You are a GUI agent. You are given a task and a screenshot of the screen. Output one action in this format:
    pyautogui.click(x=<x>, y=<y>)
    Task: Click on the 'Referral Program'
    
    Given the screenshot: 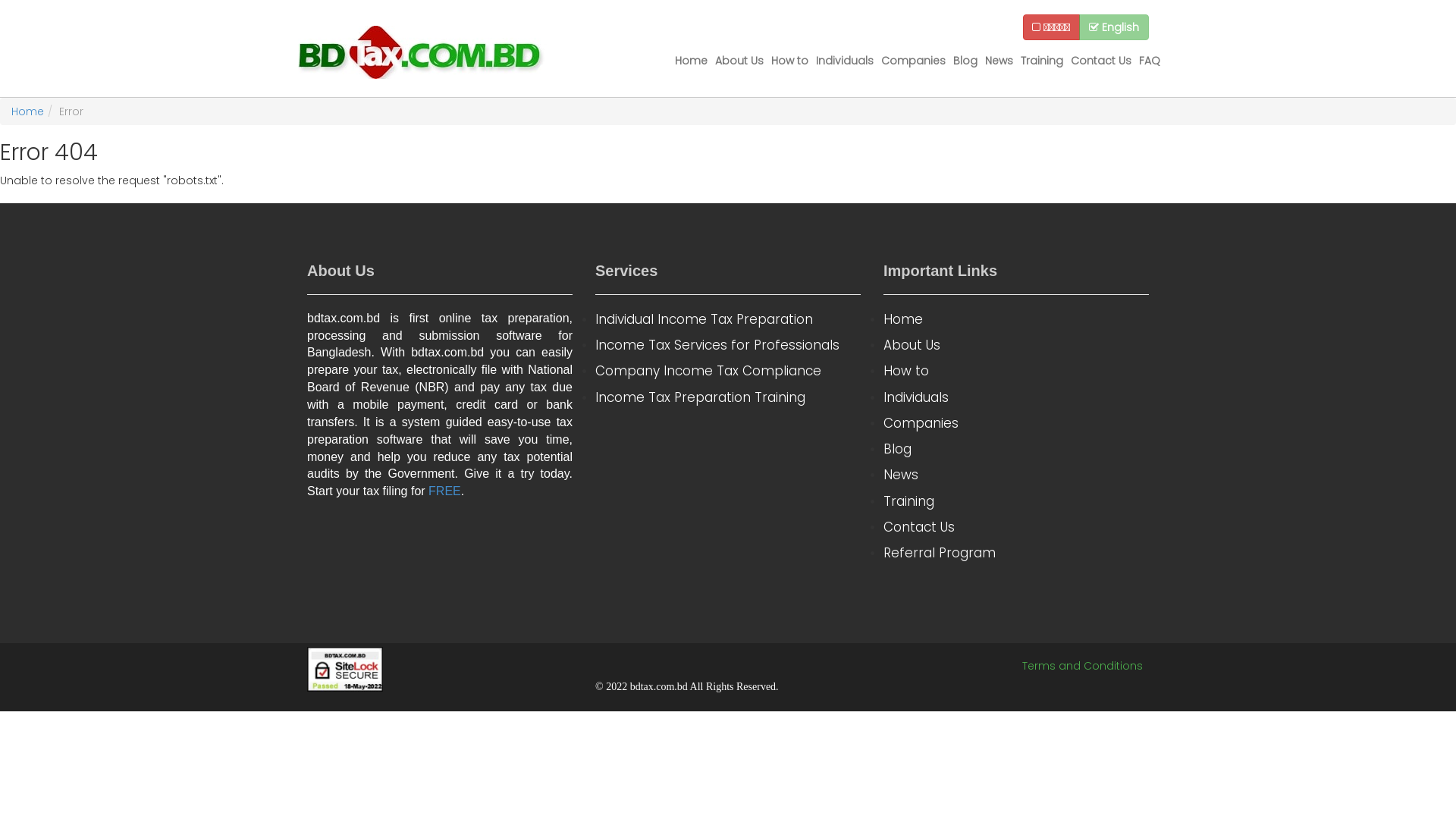 What is the action you would take?
    pyautogui.click(x=883, y=553)
    